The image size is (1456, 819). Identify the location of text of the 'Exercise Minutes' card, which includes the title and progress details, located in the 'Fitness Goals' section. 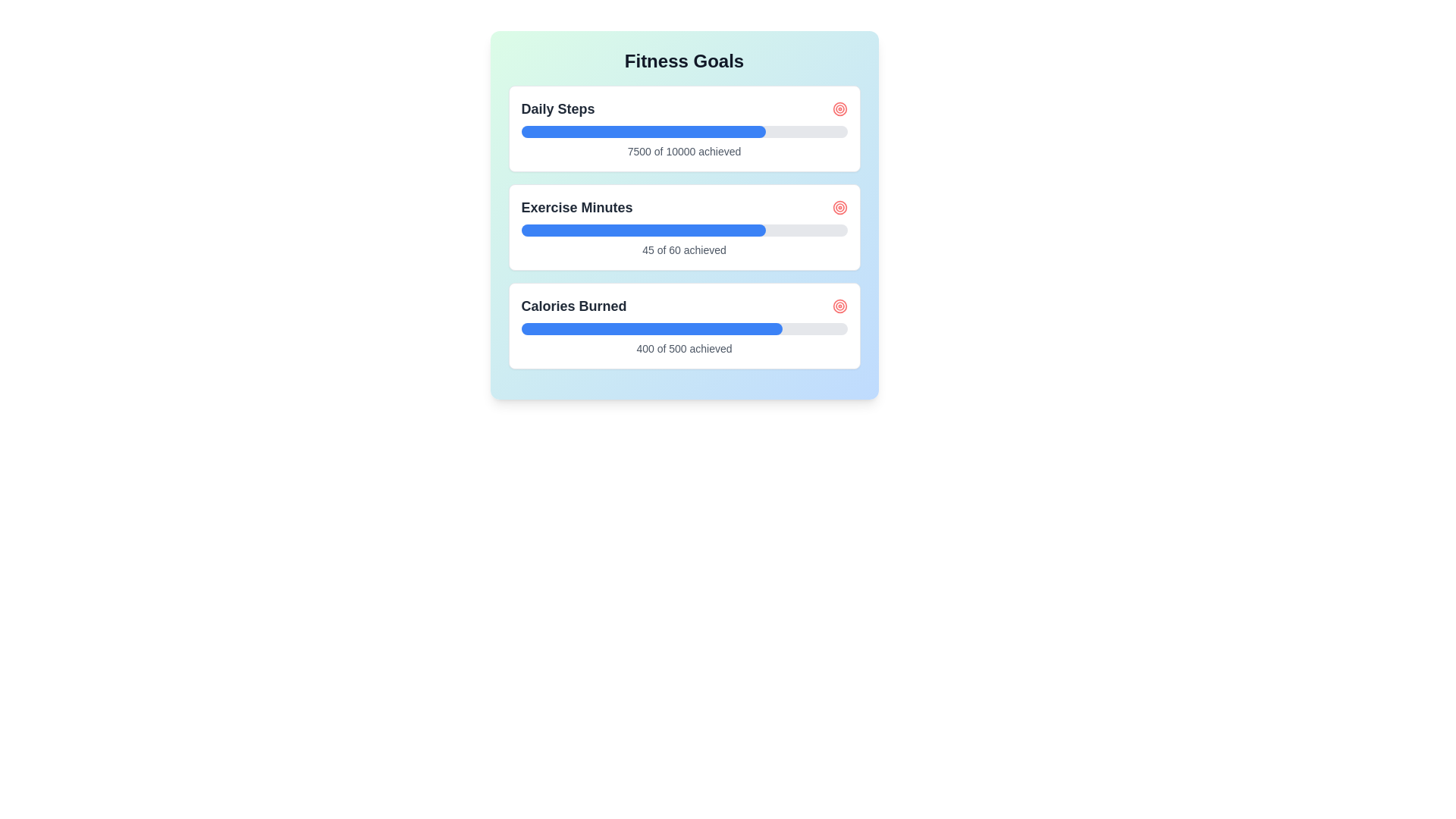
(683, 227).